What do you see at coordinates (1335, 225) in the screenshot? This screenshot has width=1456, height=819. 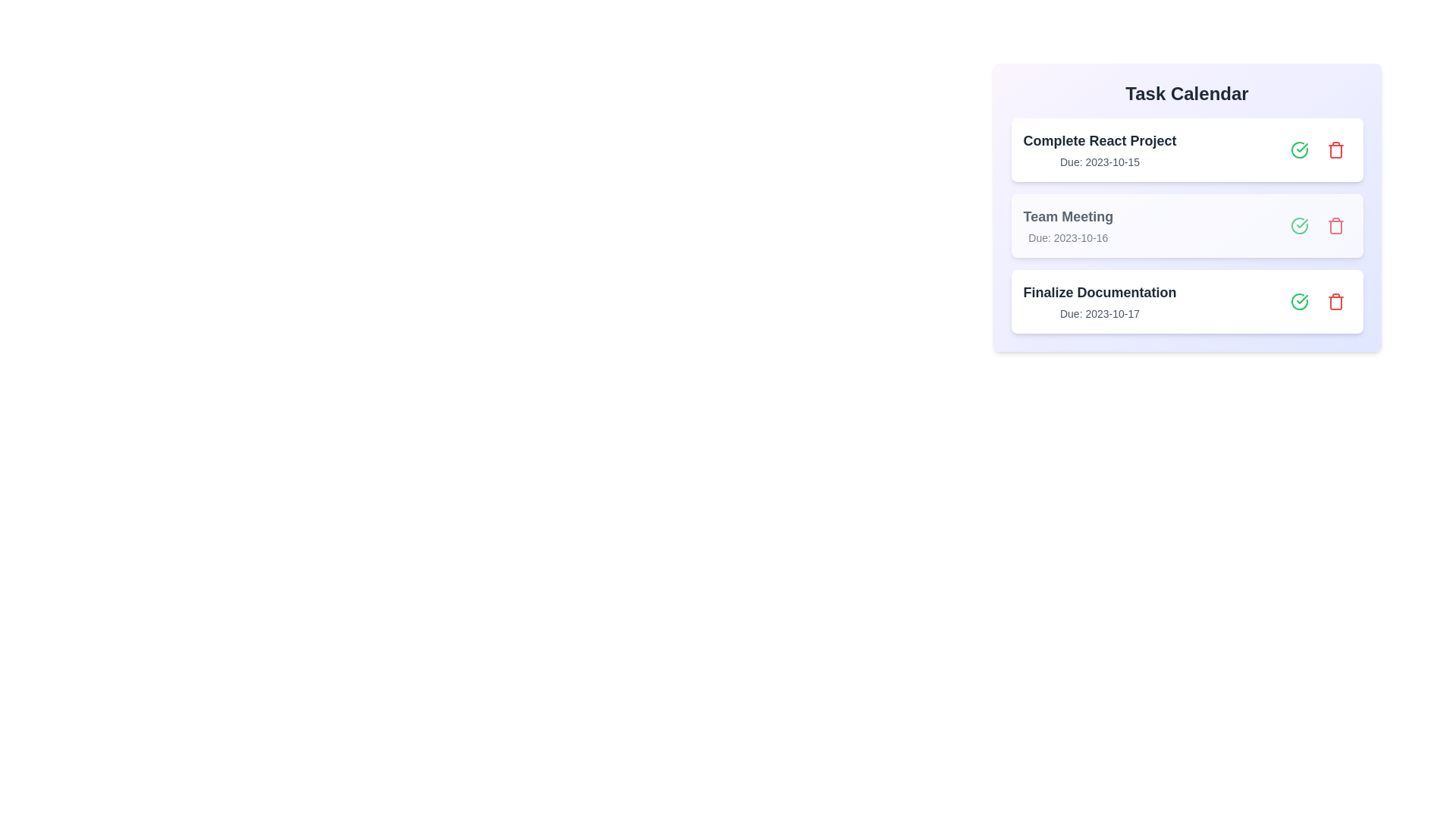 I see `delete button for the task with the name Team Meeting` at bounding box center [1335, 225].